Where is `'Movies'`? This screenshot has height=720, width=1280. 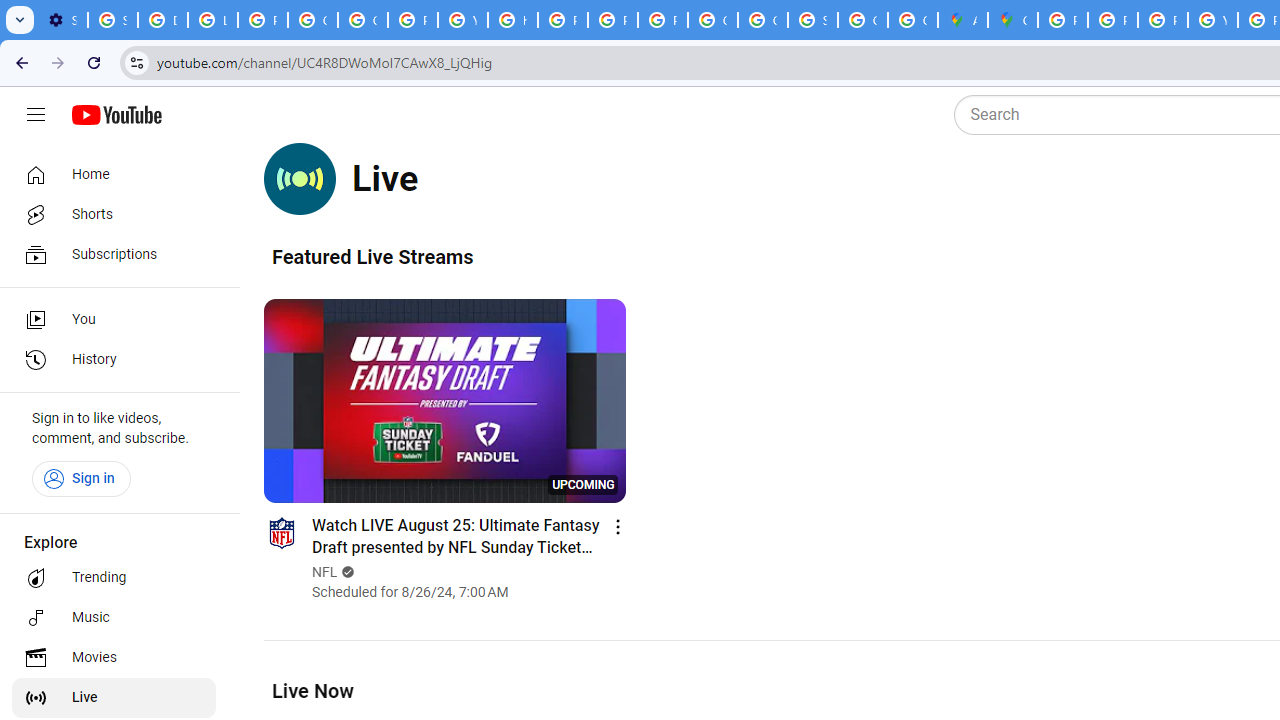 'Movies' is located at coordinates (112, 658).